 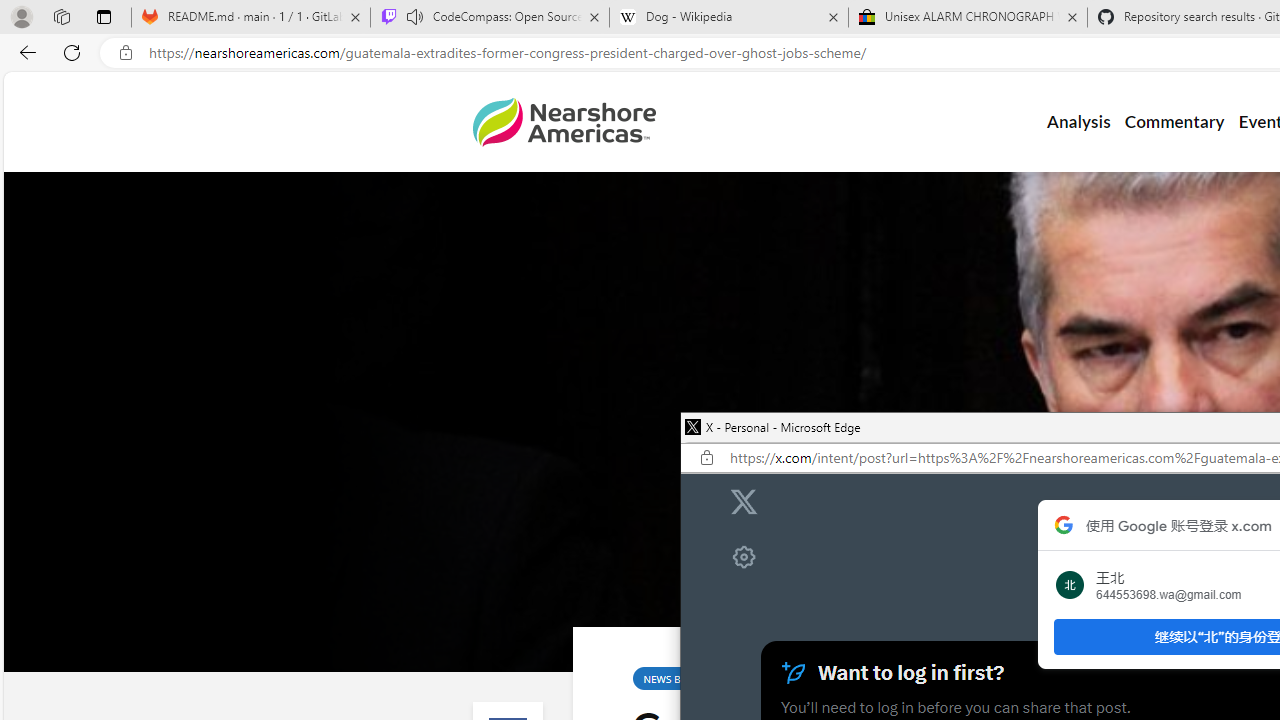 I want to click on 'Nearshore Americas', so click(x=562, y=122).